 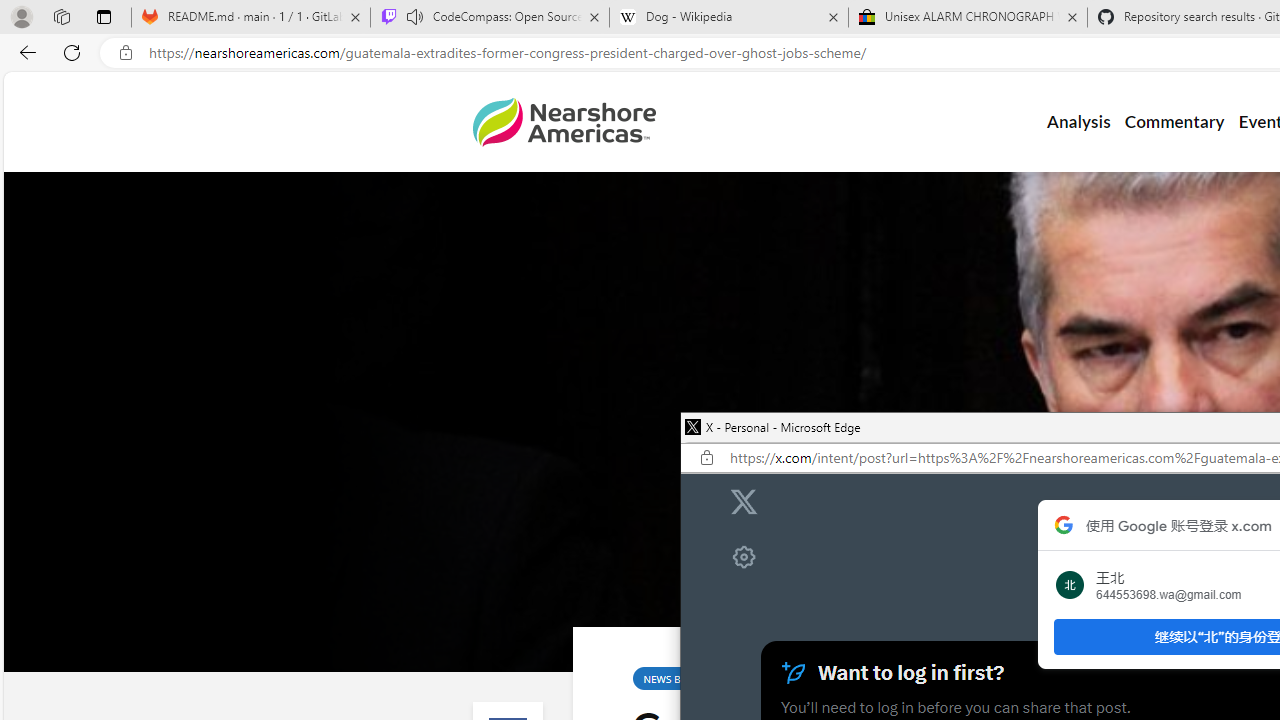 I want to click on 'Nearshore Americas', so click(x=562, y=122).